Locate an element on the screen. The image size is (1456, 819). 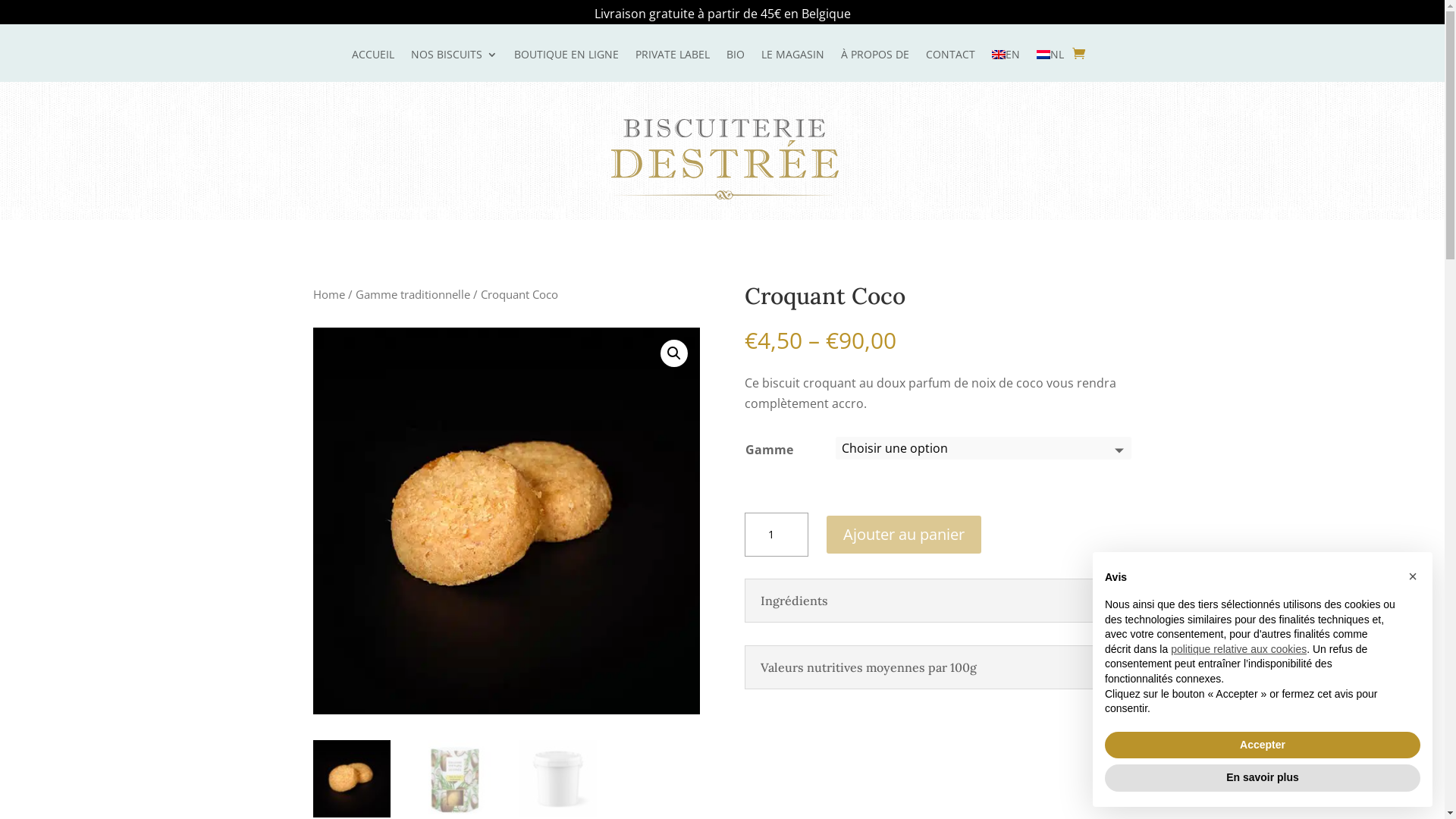
'biscuit-noix-de-coco' is located at coordinates (506, 519).